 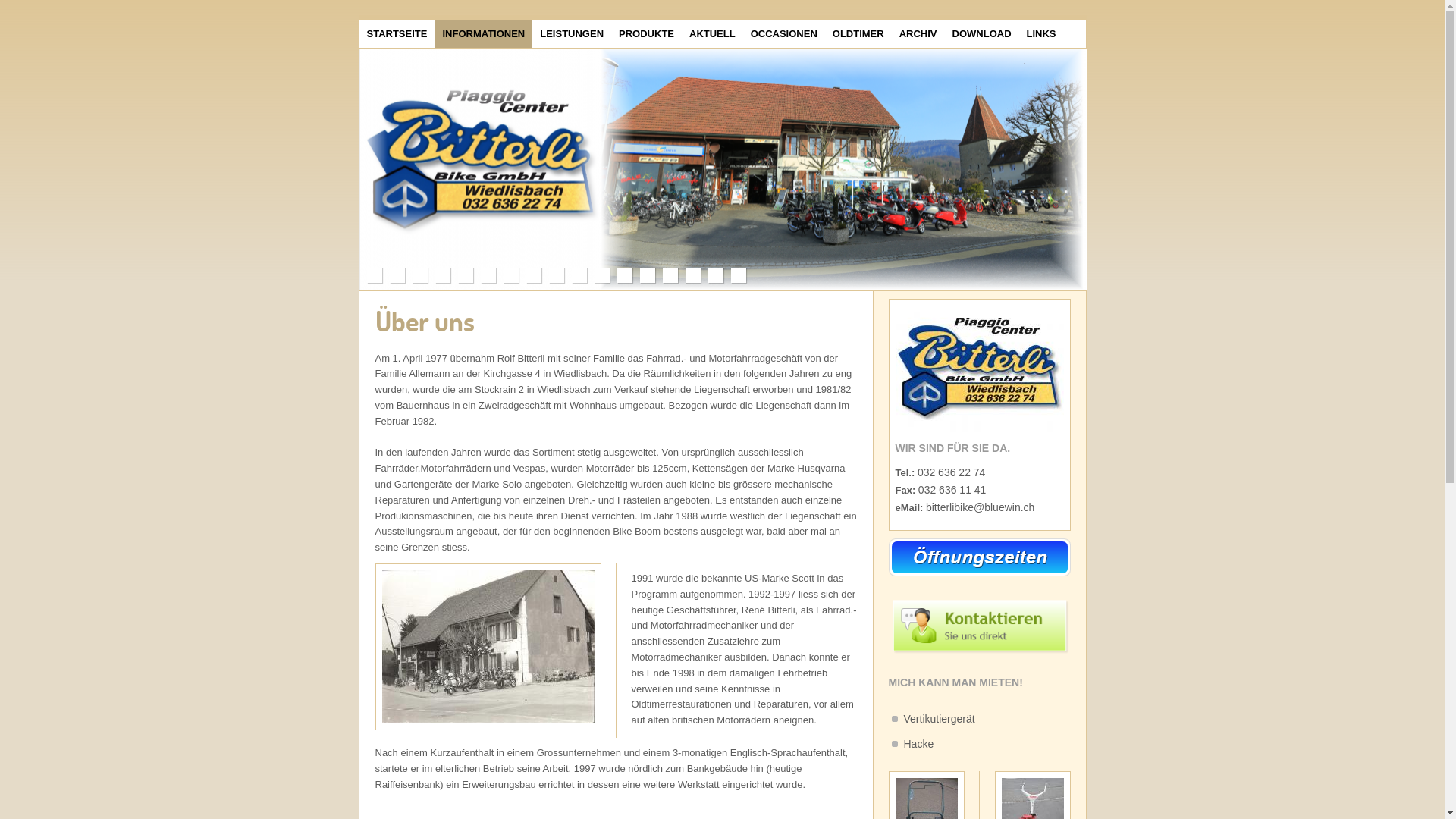 I want to click on 'ARCHIV', so click(x=917, y=33).